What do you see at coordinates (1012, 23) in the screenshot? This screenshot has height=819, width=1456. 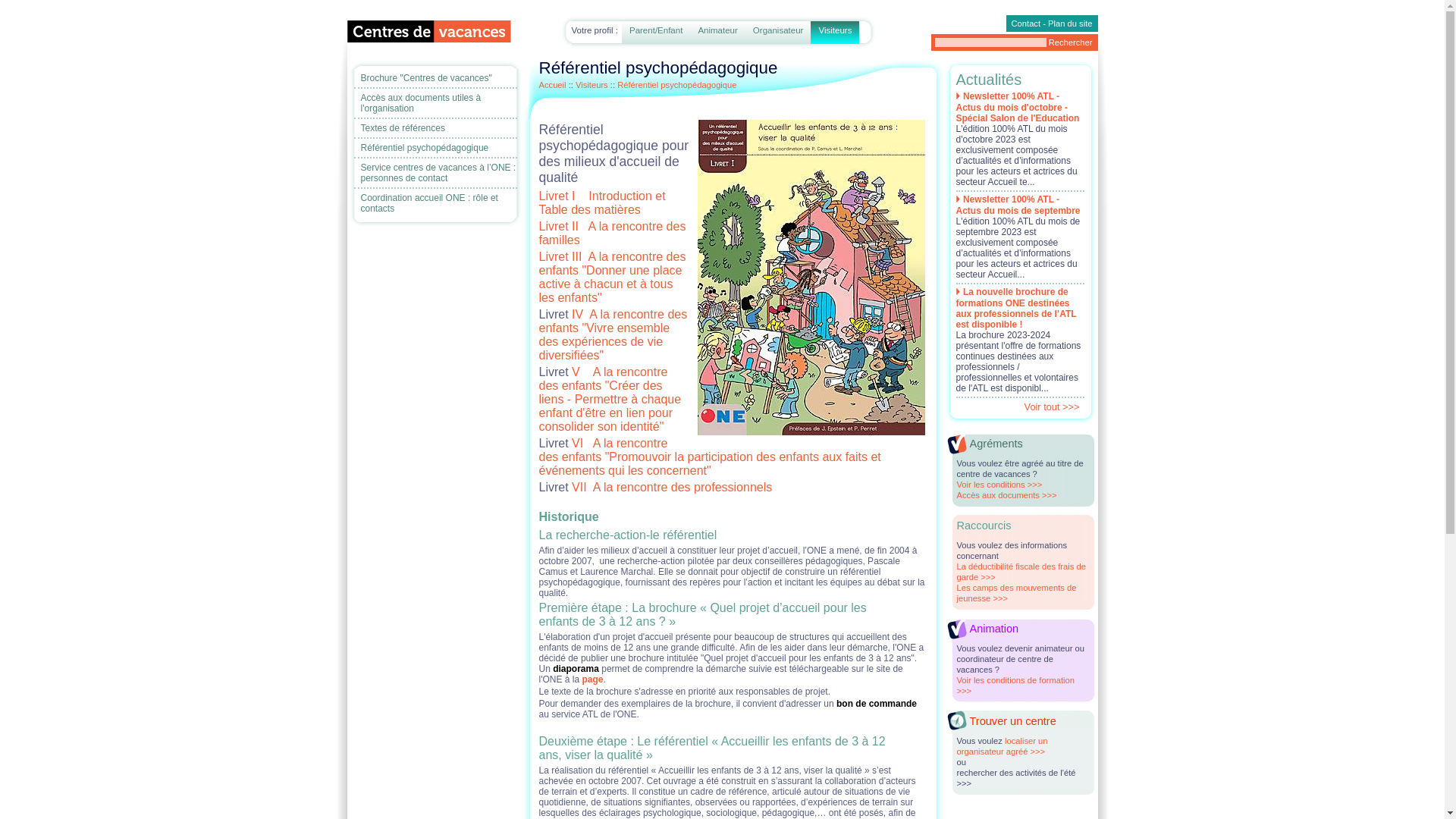 I see `'Contact'` at bounding box center [1012, 23].